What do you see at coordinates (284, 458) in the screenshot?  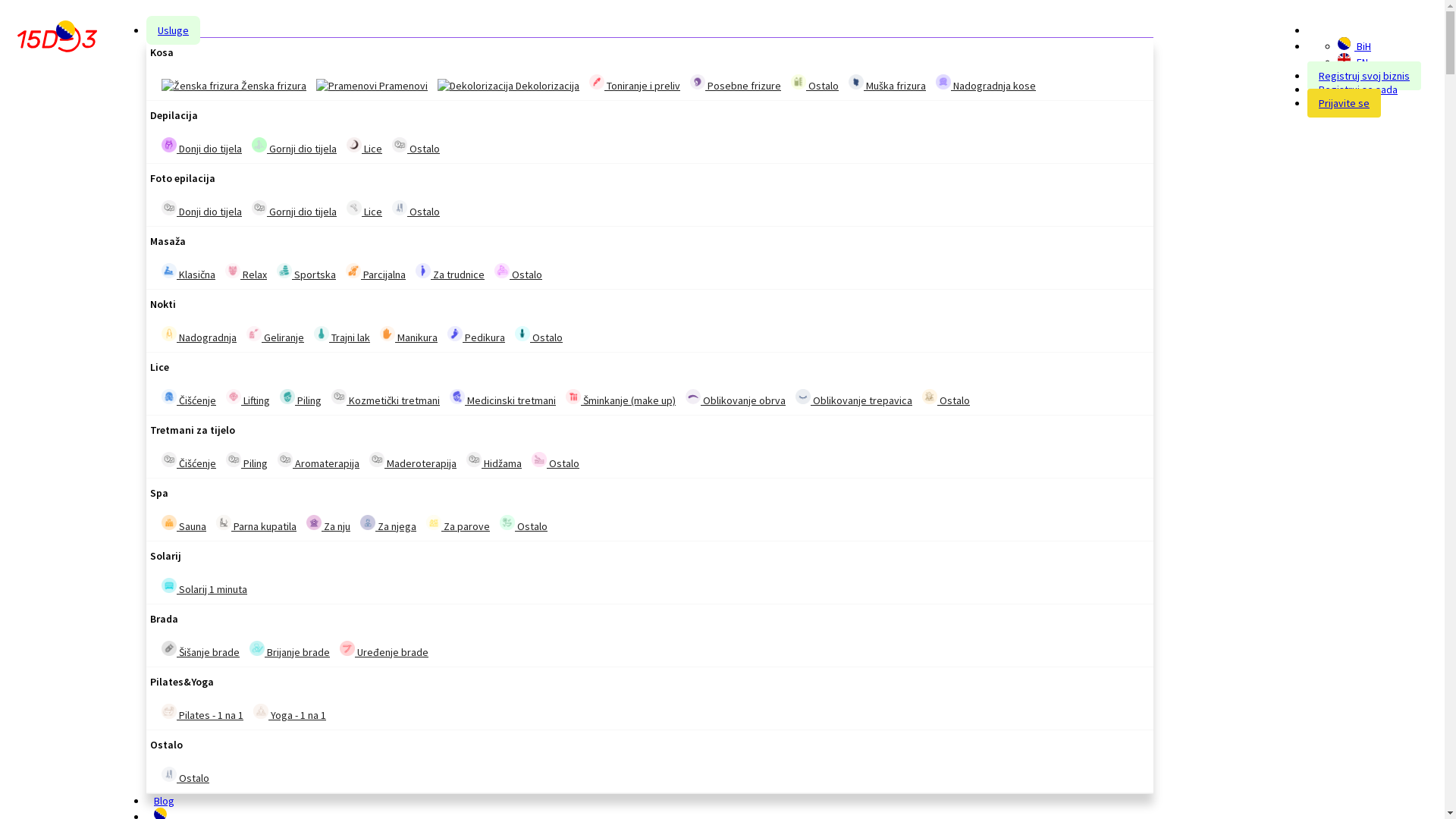 I see `'Aromaterapija'` at bounding box center [284, 458].